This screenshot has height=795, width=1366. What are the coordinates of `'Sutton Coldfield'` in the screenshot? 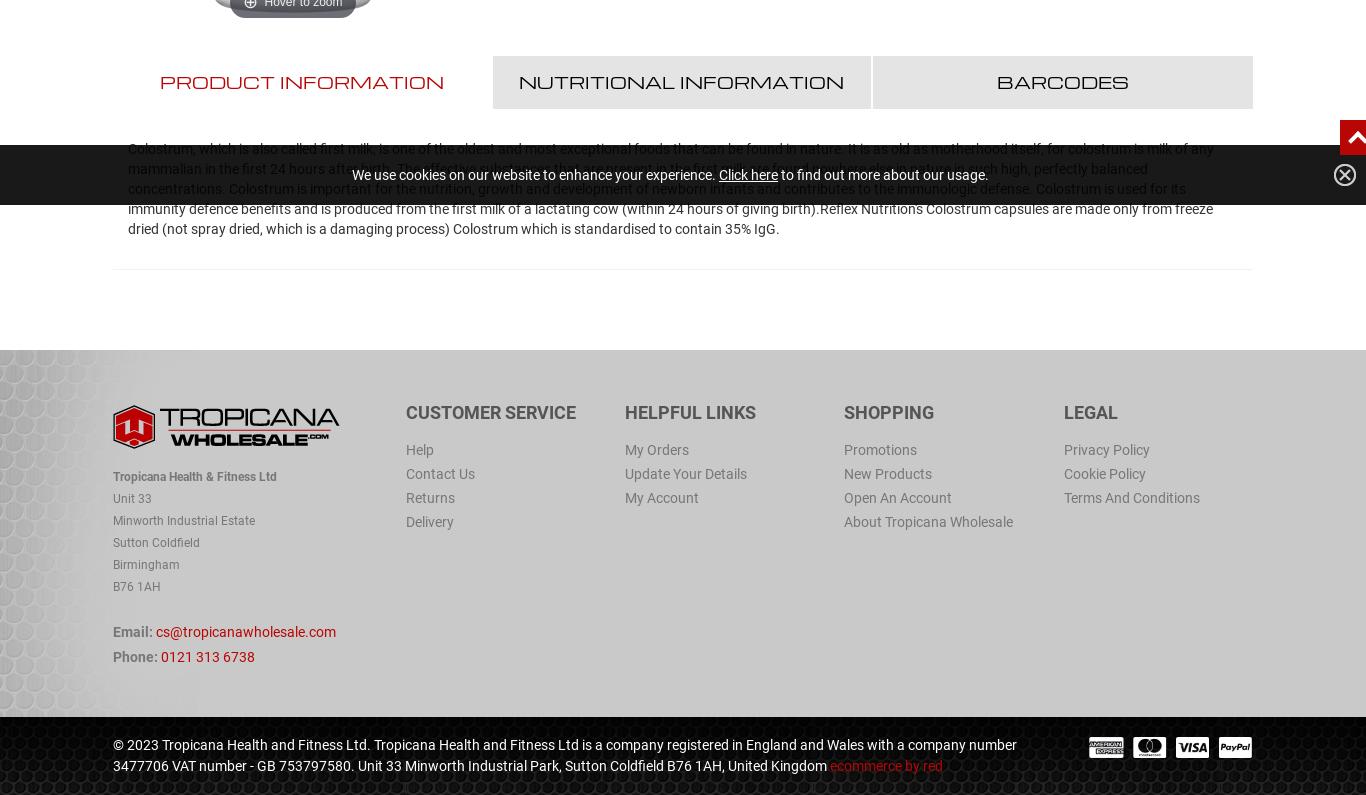 It's located at (155, 541).